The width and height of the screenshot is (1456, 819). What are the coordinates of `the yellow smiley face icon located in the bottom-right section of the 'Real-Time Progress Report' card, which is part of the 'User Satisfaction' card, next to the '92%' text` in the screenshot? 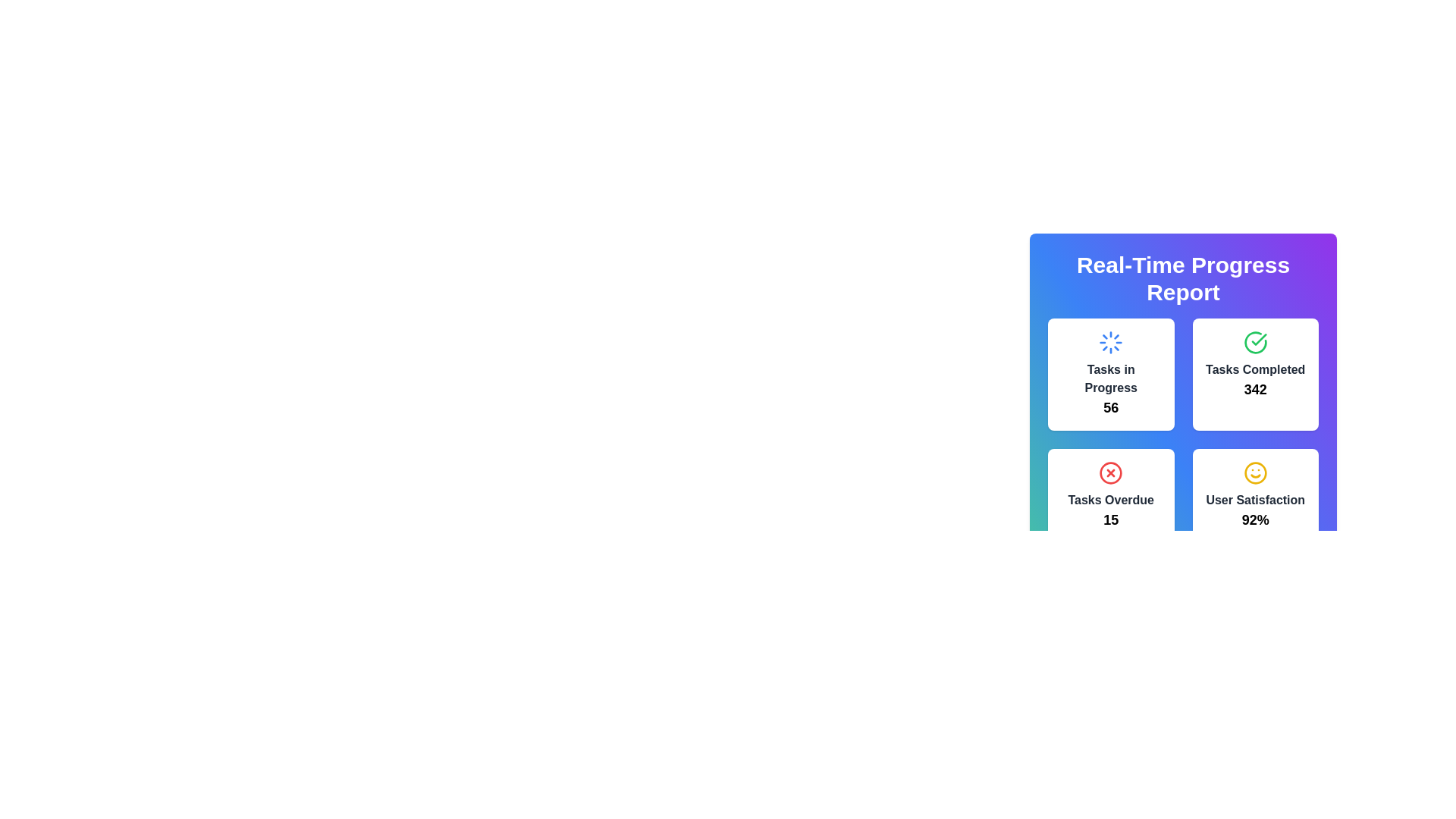 It's located at (1255, 472).